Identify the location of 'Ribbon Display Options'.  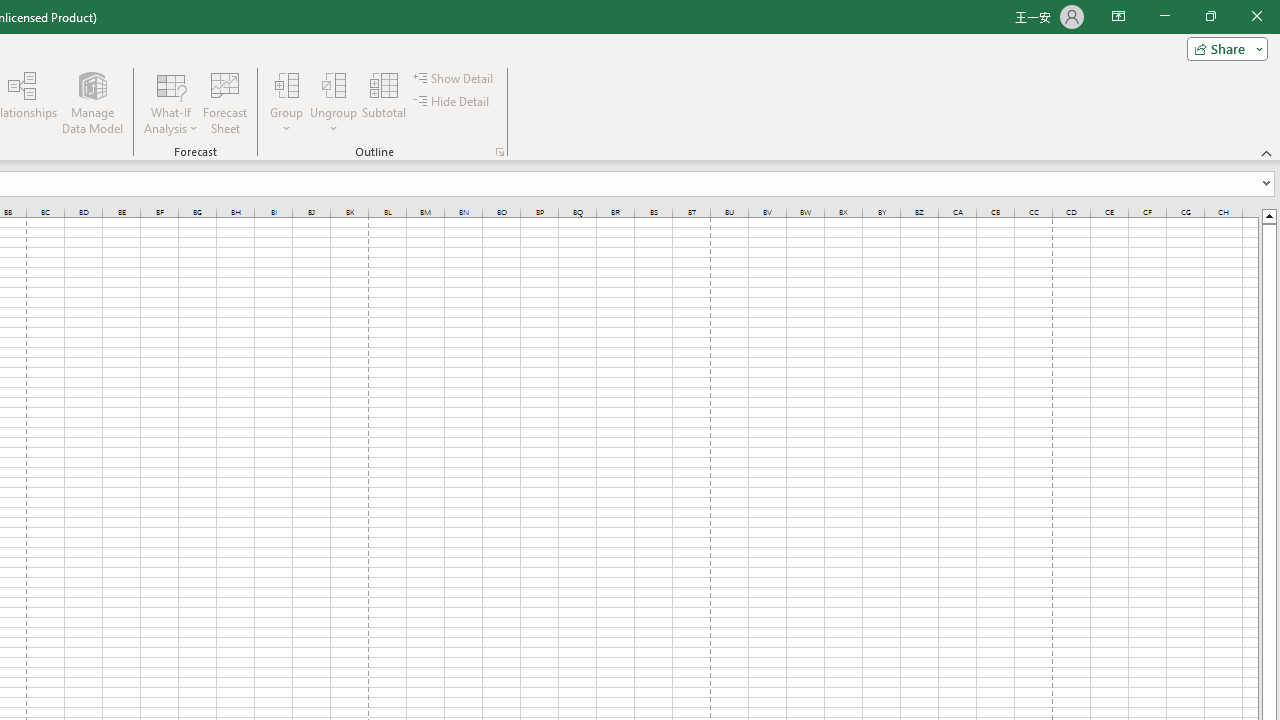
(1117, 16).